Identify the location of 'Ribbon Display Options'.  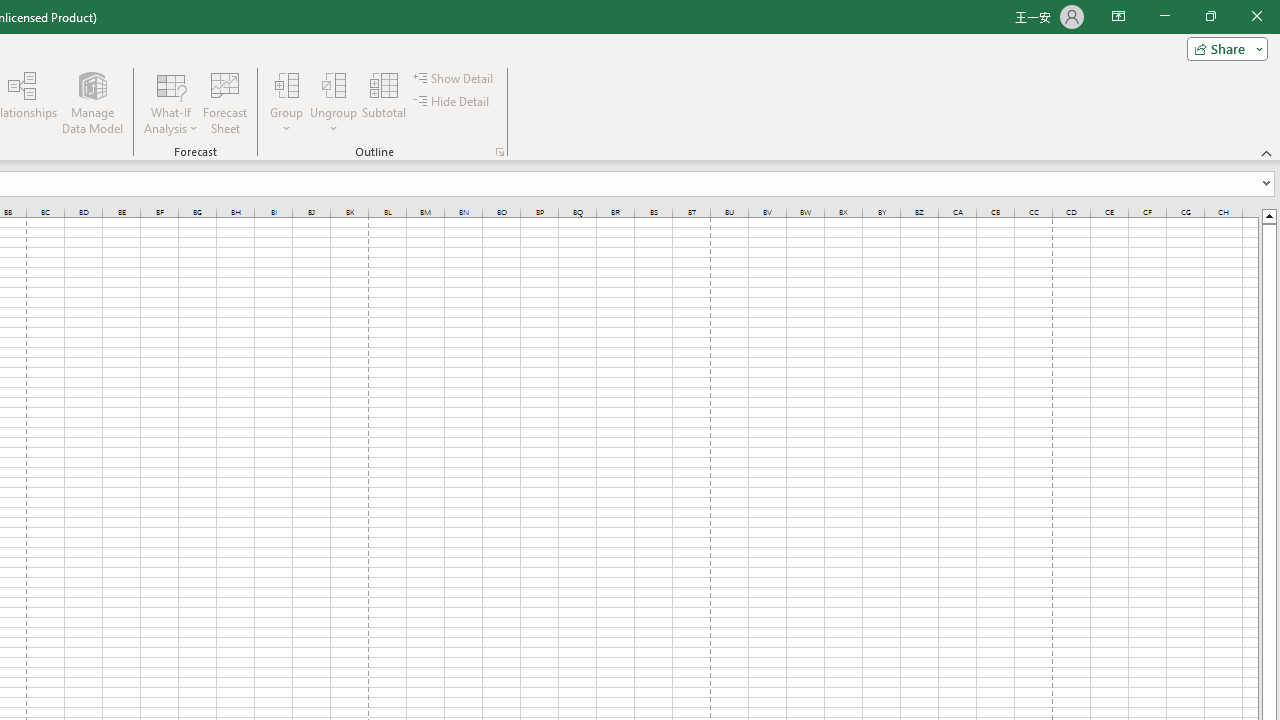
(1117, 16).